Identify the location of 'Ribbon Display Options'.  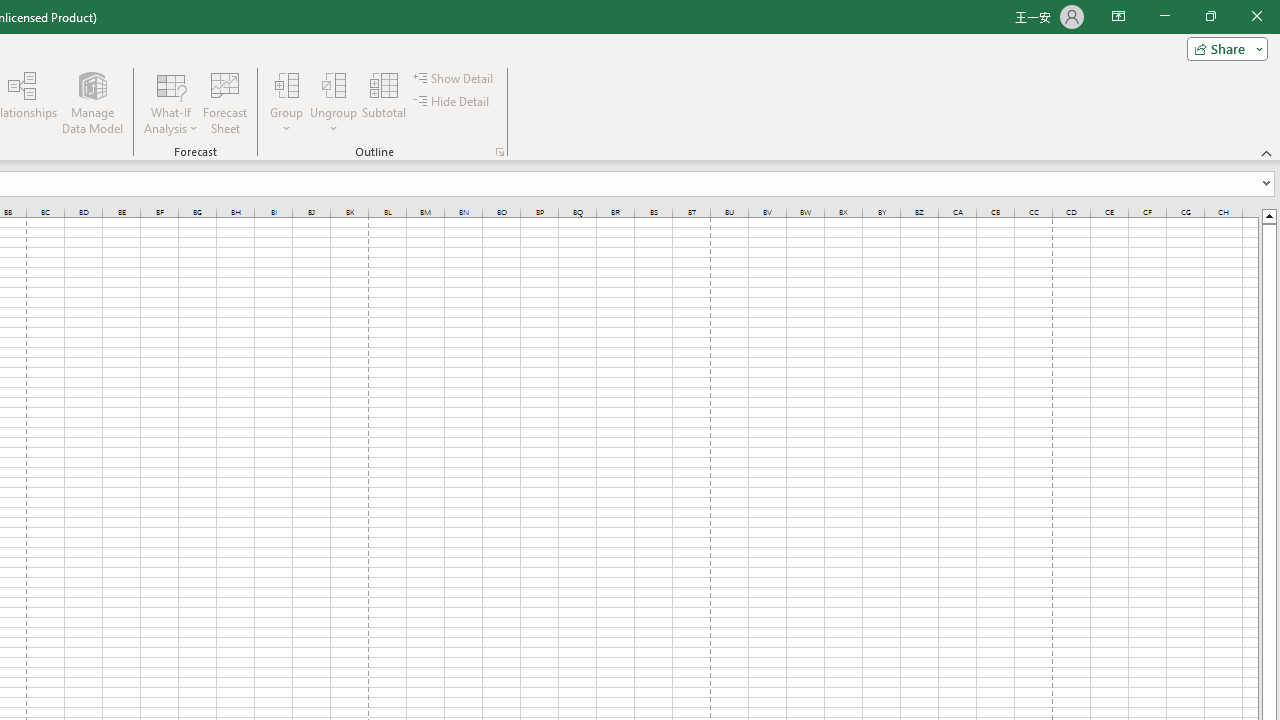
(1117, 16).